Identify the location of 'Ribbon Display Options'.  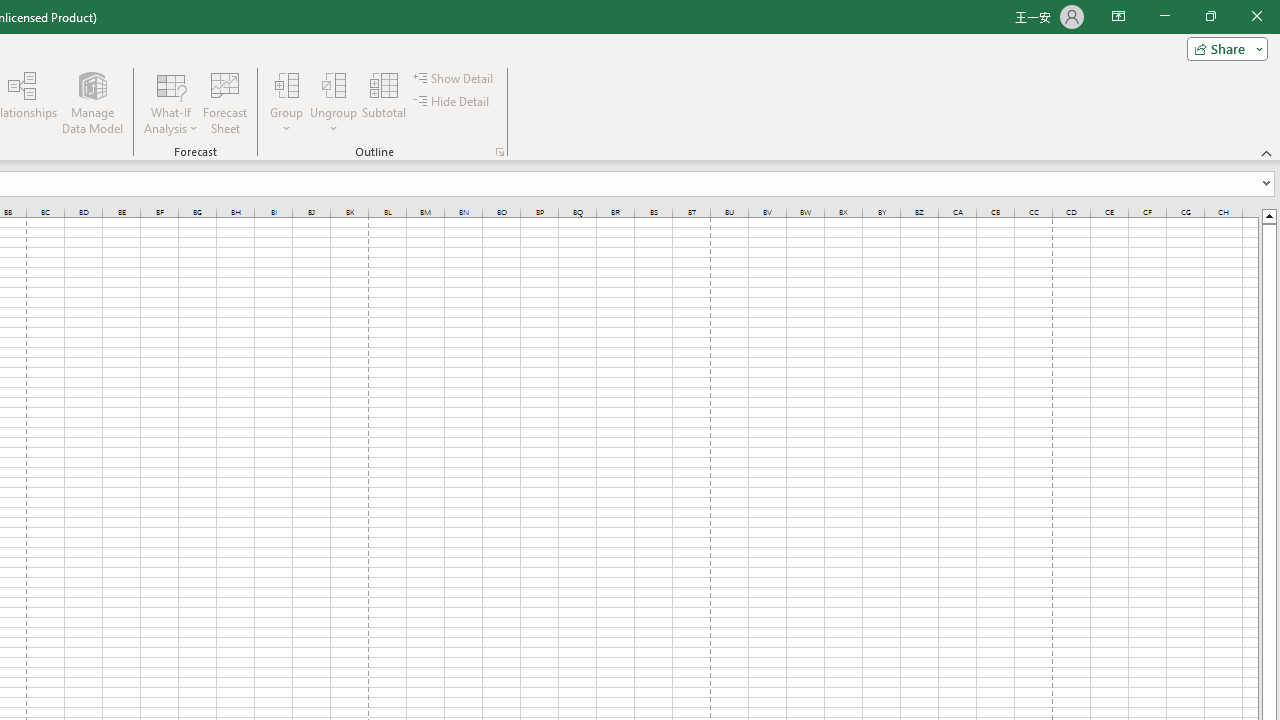
(1117, 16).